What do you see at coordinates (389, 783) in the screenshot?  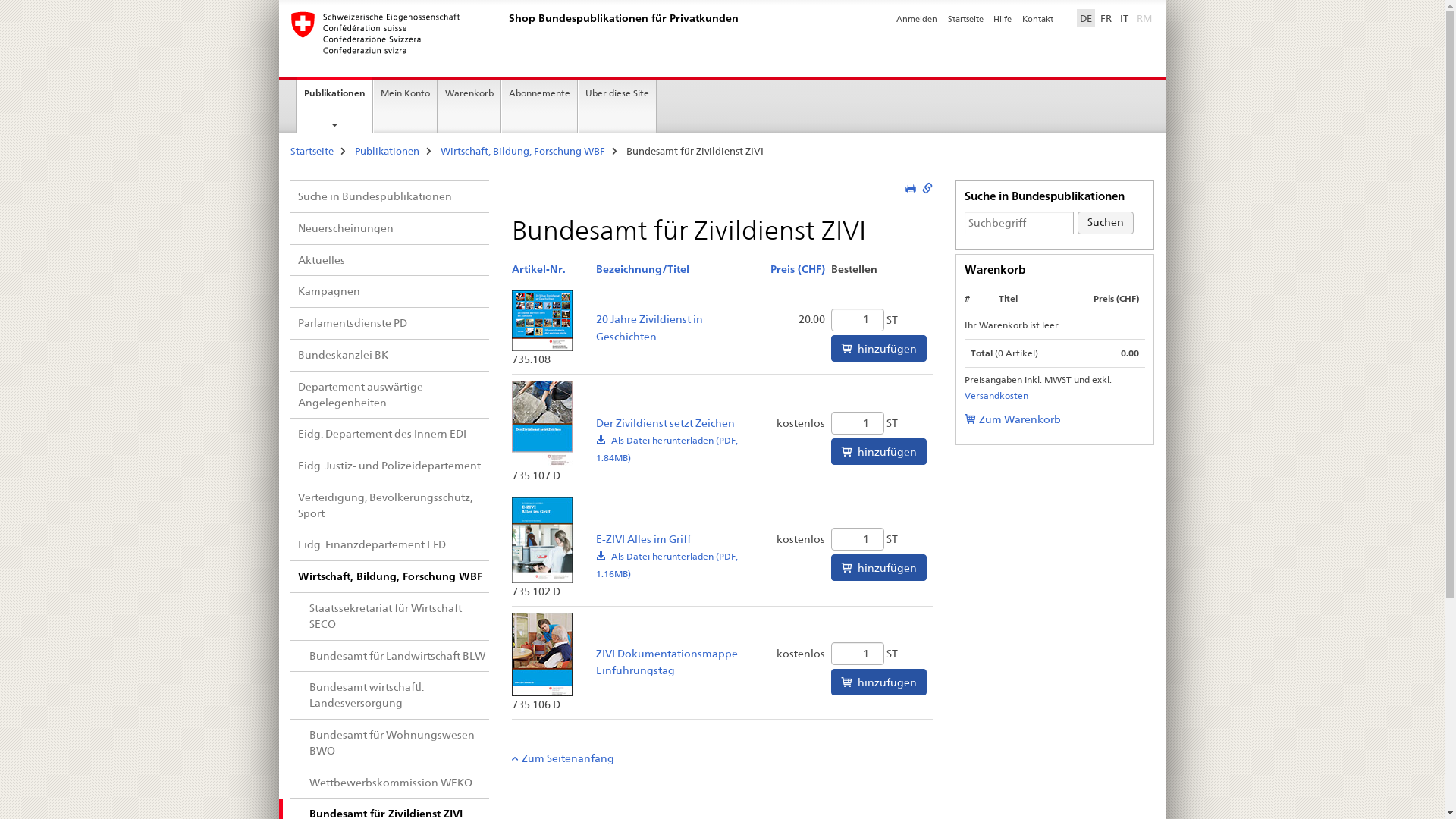 I see `'Wettbewerbskommission WEKO'` at bounding box center [389, 783].